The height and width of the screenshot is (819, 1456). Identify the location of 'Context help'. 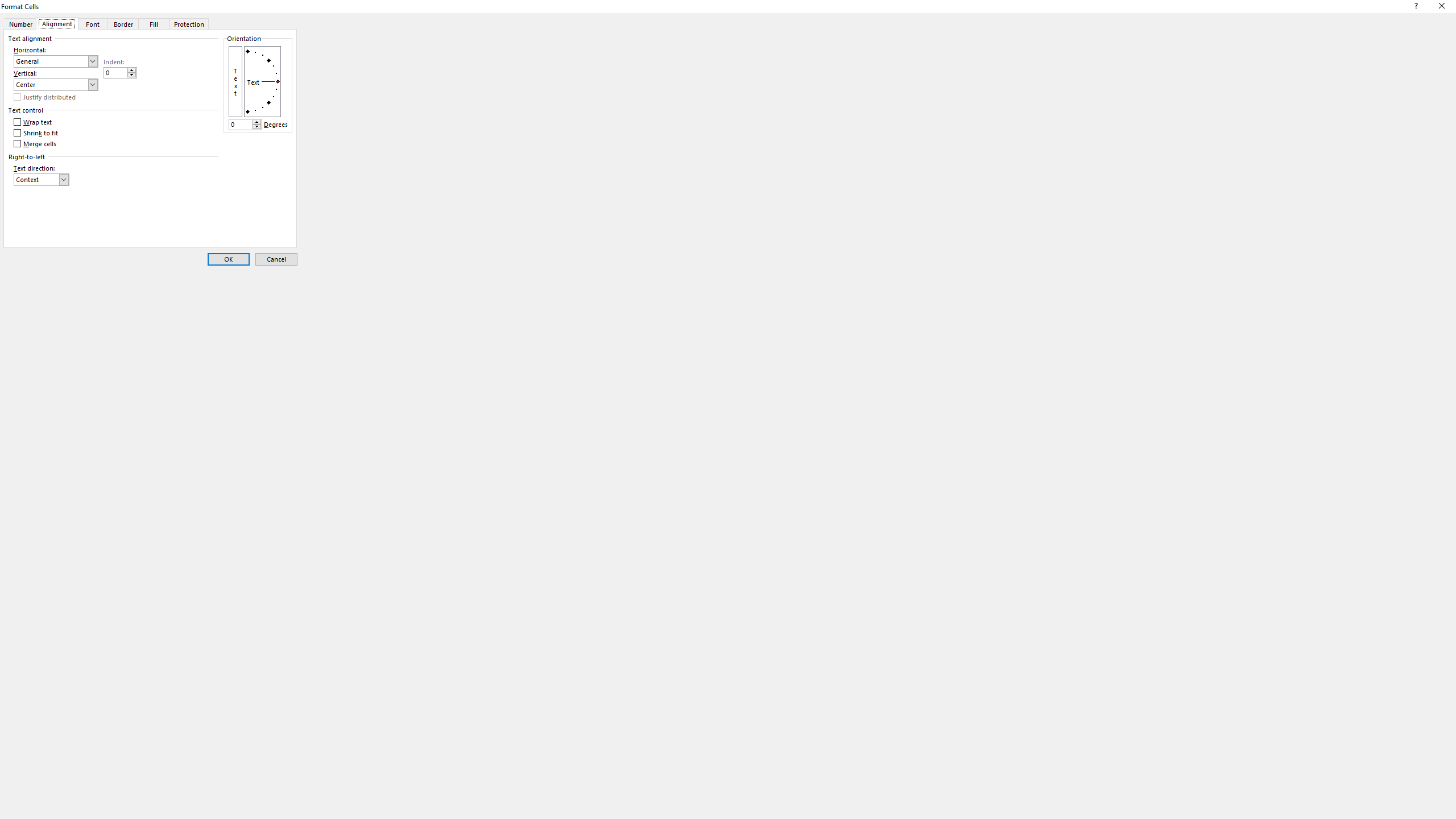
(1414, 9).